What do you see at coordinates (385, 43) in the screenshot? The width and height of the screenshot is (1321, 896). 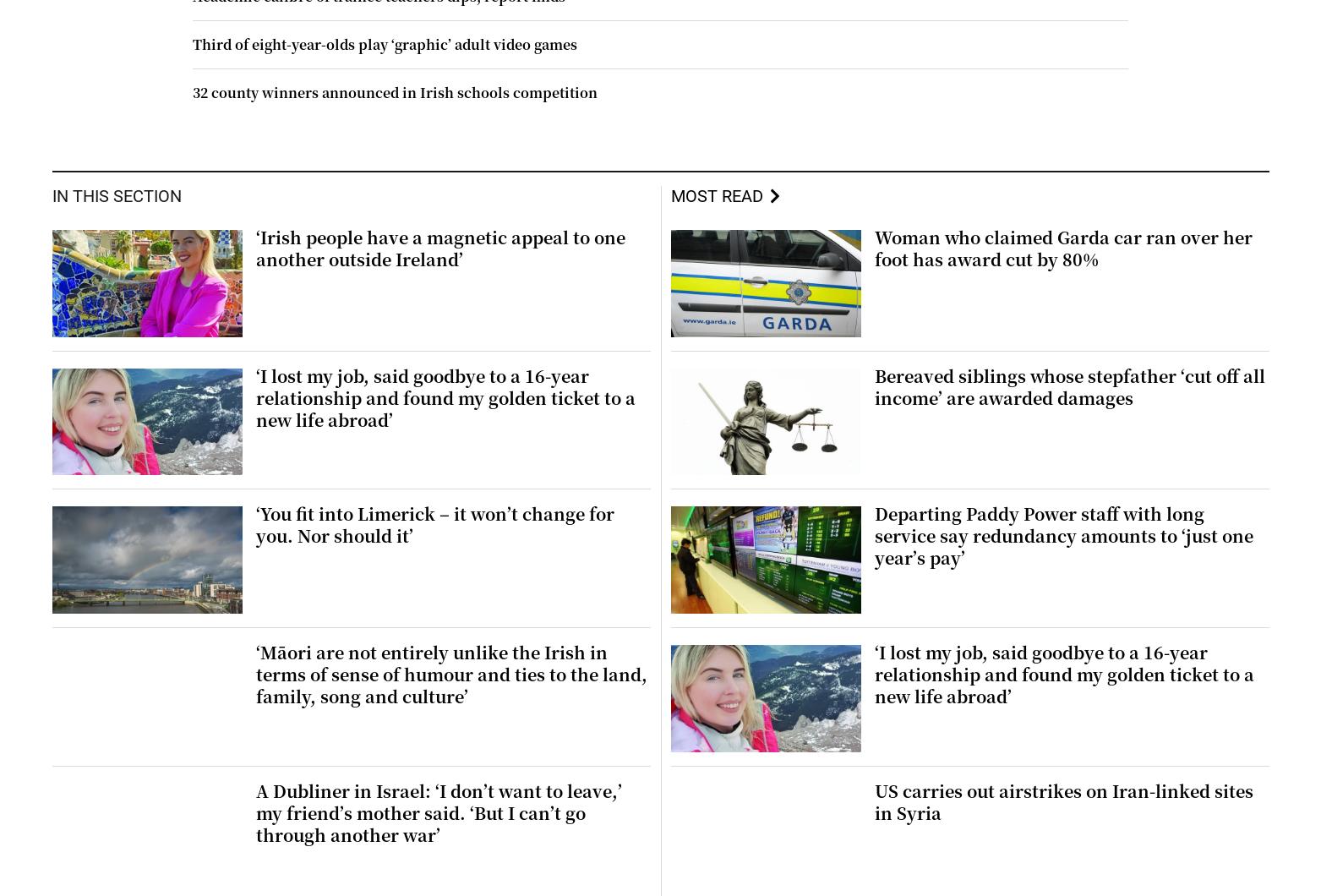 I see `'Third of eight-year-olds play ‘graphic’ adult video games'` at bounding box center [385, 43].